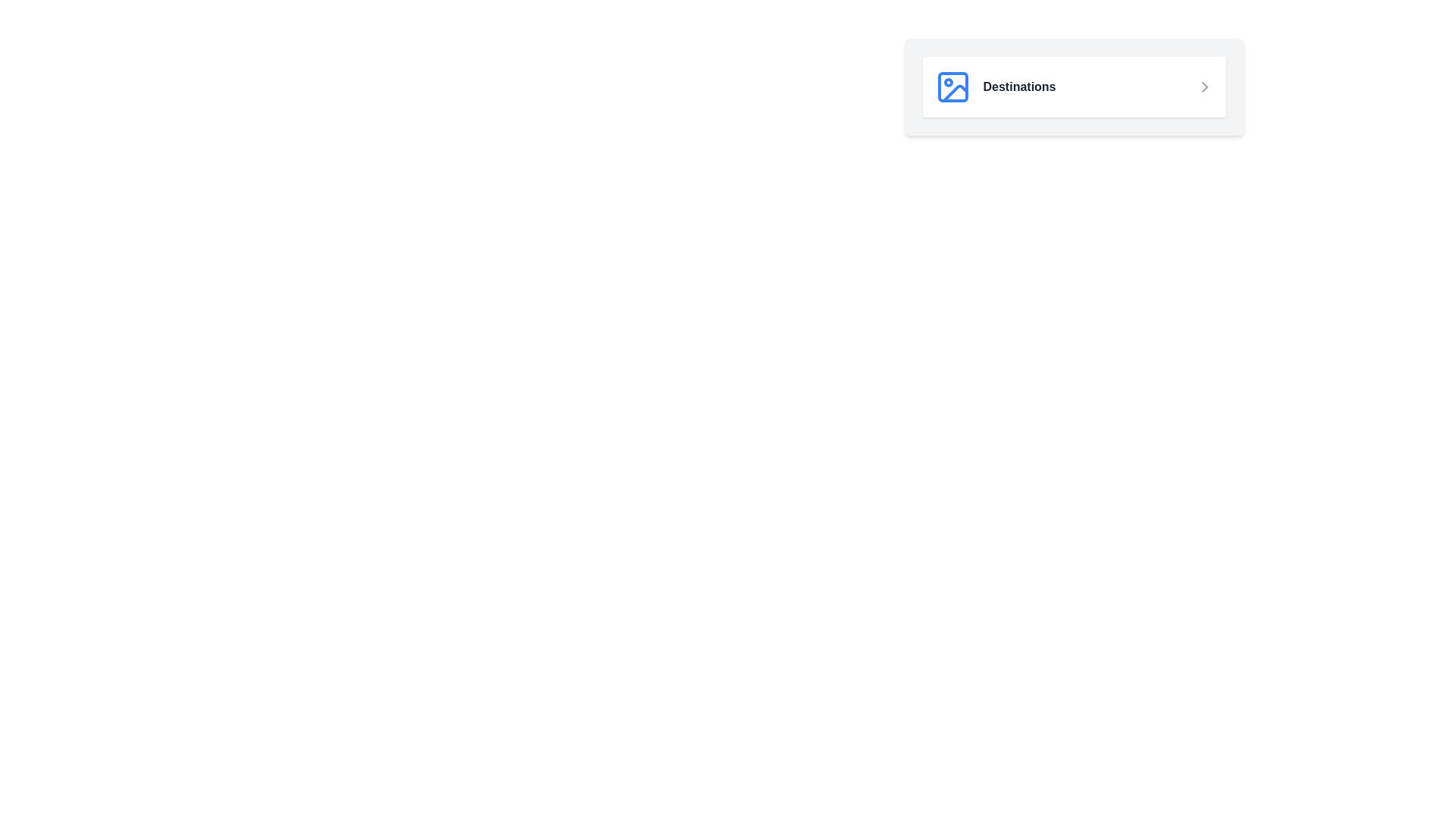 The width and height of the screenshot is (1456, 819). Describe the element at coordinates (1203, 87) in the screenshot. I see `the right-facing chevron arrow icon located at the far-right side of the card layout` at that location.